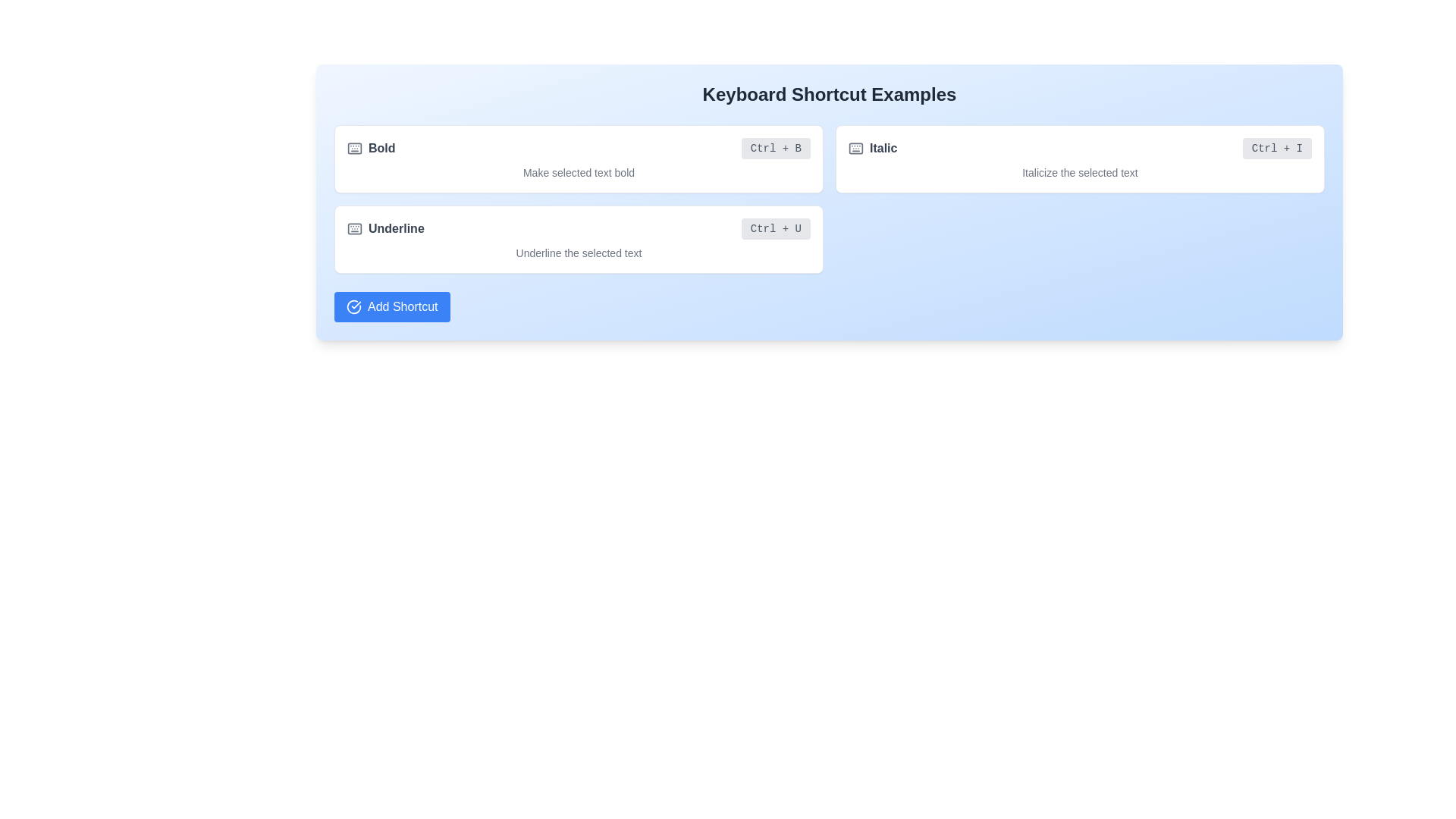  I want to click on the Text Label displaying 'Bold', which is located in the upper-left section of the interface, accompanied by a keyboard icon, so click(381, 149).